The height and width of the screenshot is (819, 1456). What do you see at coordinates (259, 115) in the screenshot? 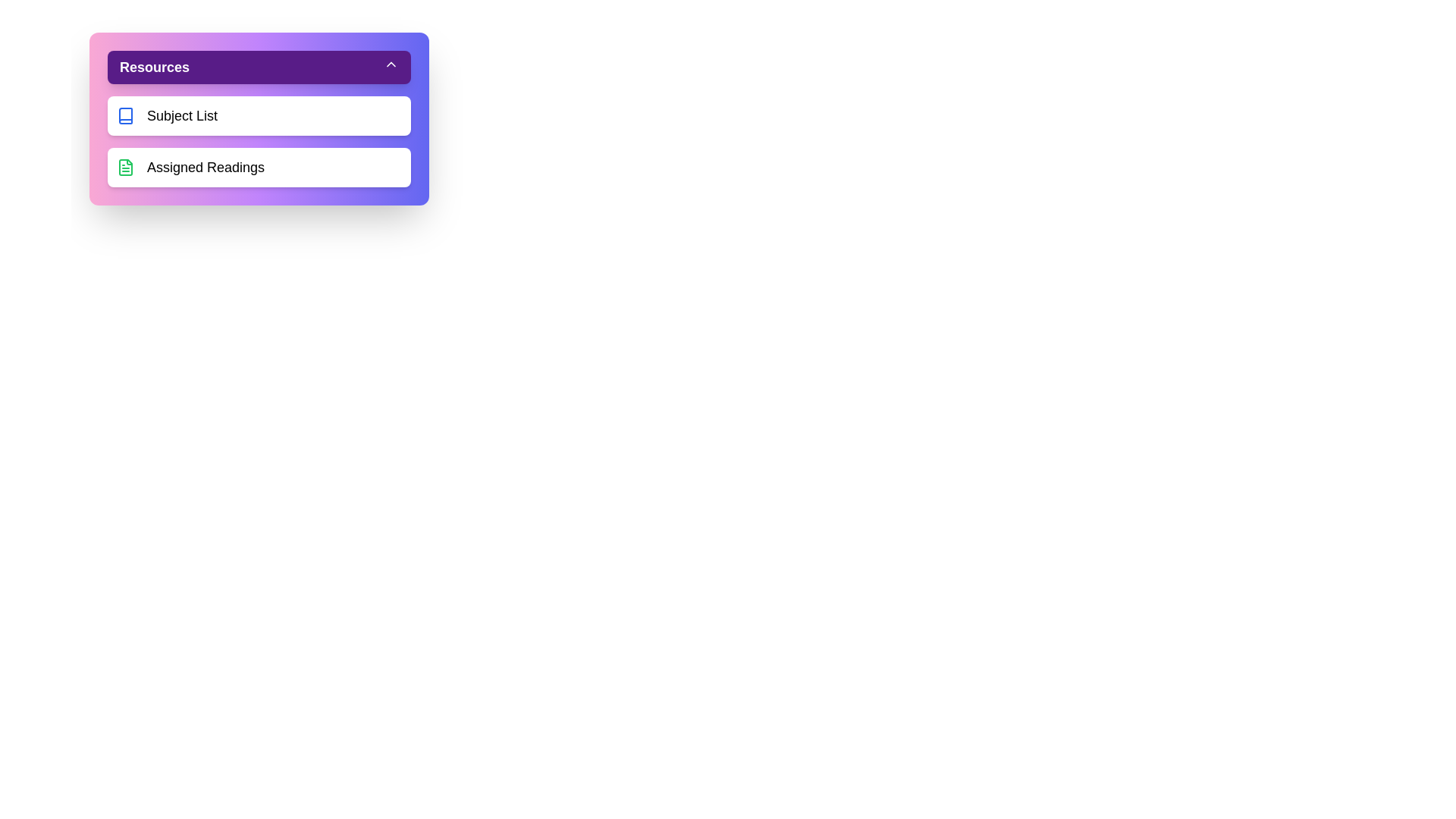
I see `the 'Subject List' interactive menu item` at bounding box center [259, 115].